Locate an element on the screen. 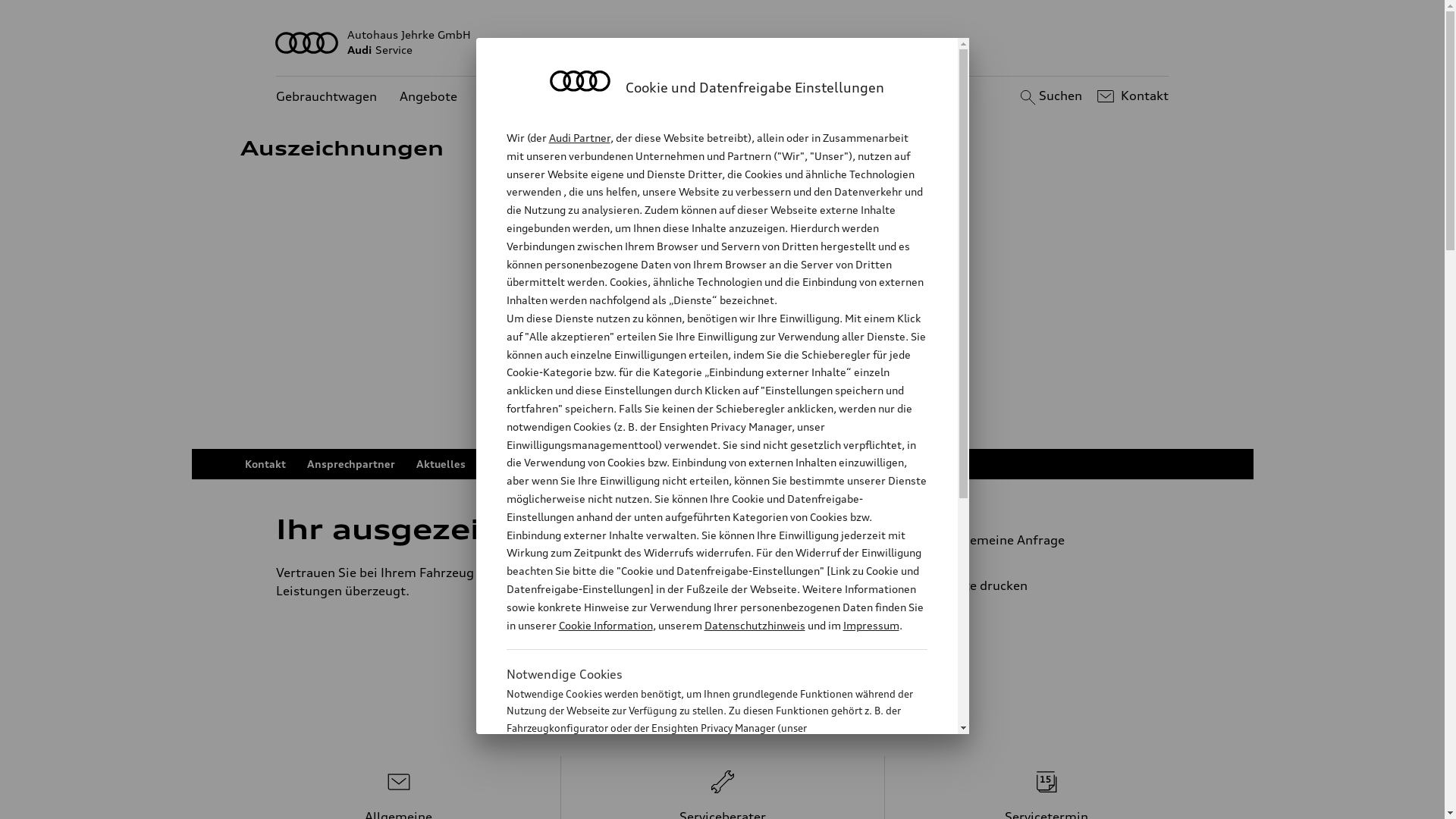 This screenshot has width=1456, height=819. 'Angebote' is located at coordinates (428, 96).